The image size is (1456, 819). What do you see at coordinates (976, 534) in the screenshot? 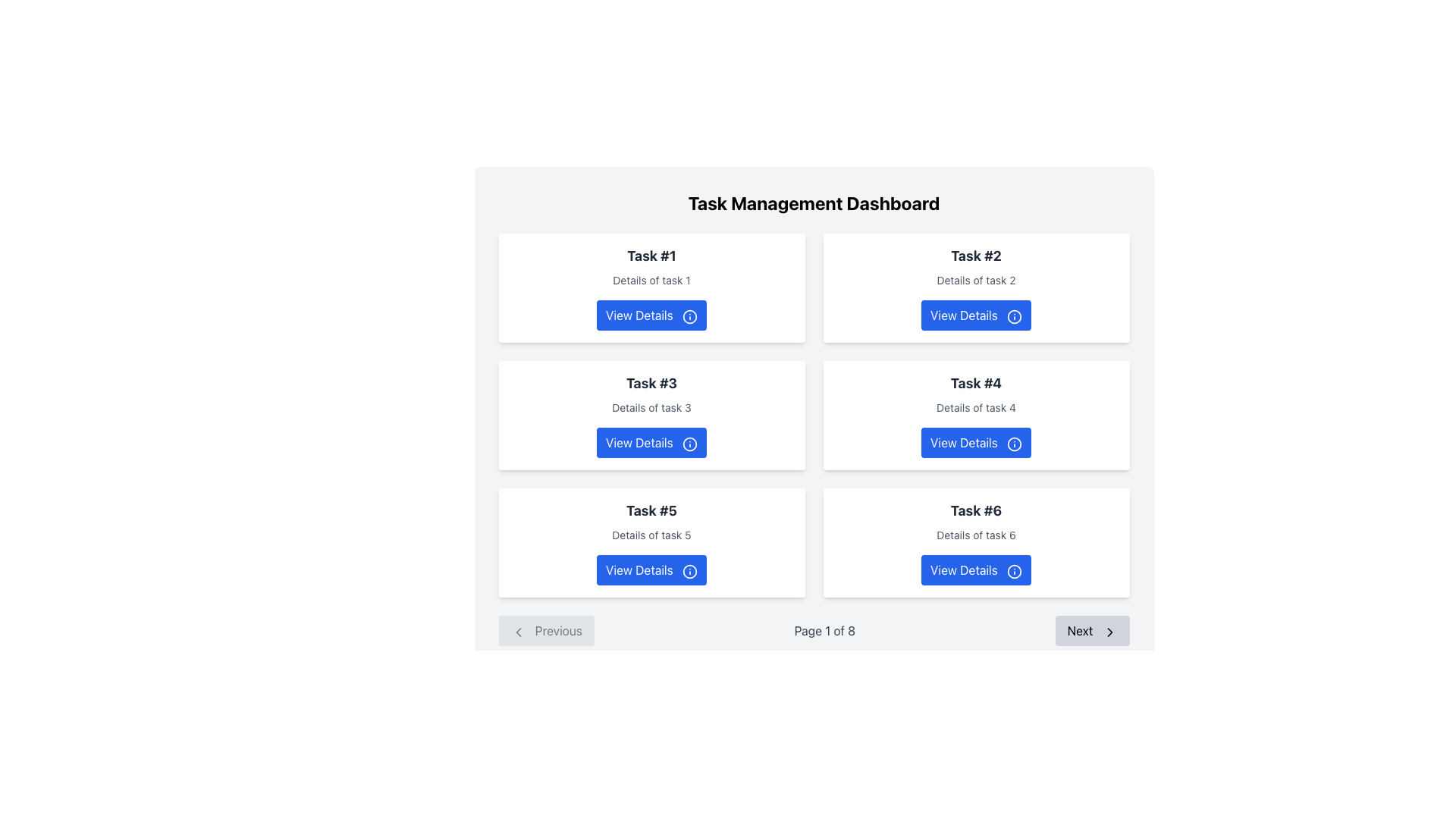
I see `the Text Label that provides descriptive information about the task, located below 'Task #6' and above the 'View Details' button` at bounding box center [976, 534].